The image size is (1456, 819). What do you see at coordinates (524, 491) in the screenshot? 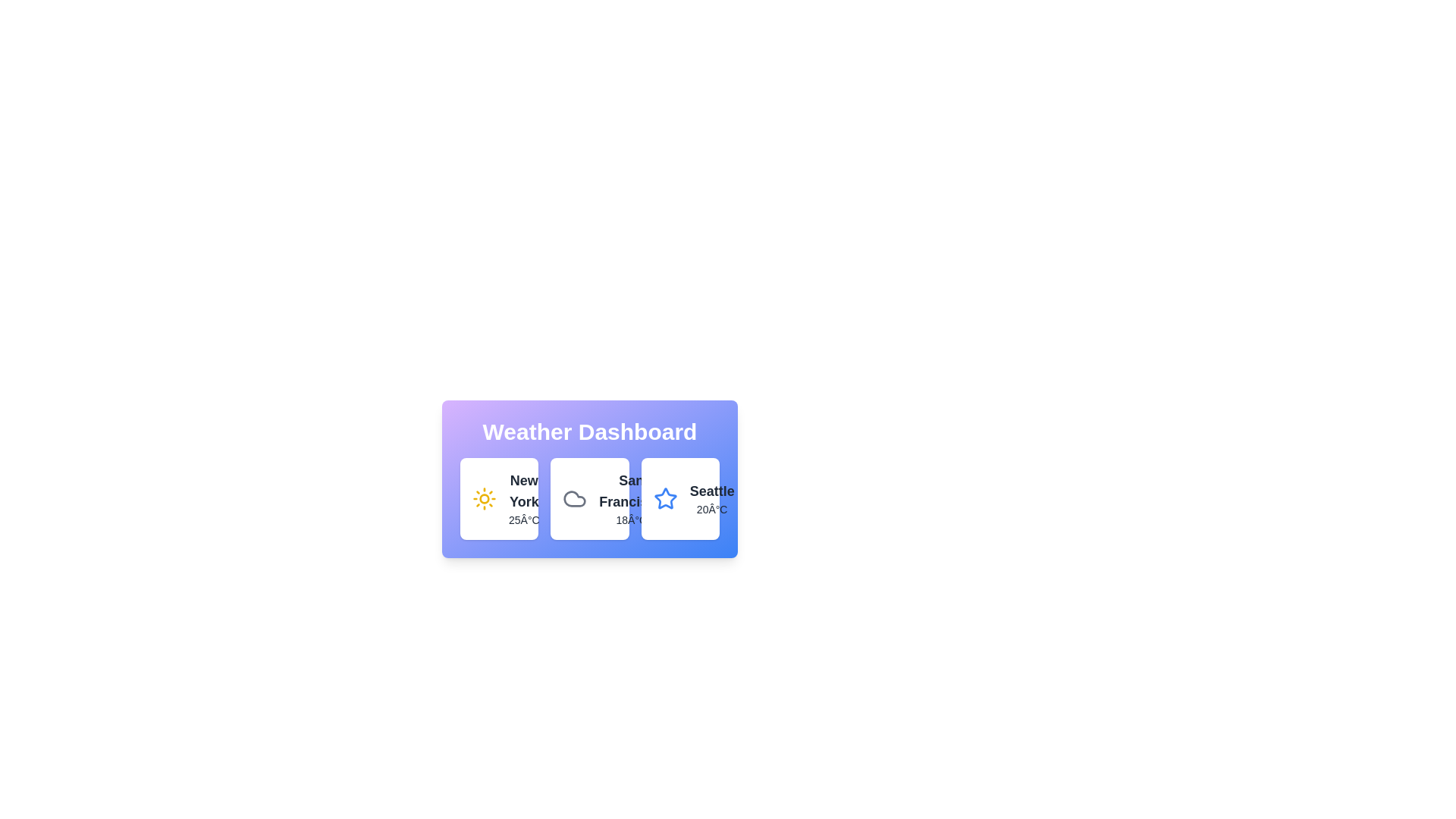
I see `the text label displaying the name 'New York'` at bounding box center [524, 491].